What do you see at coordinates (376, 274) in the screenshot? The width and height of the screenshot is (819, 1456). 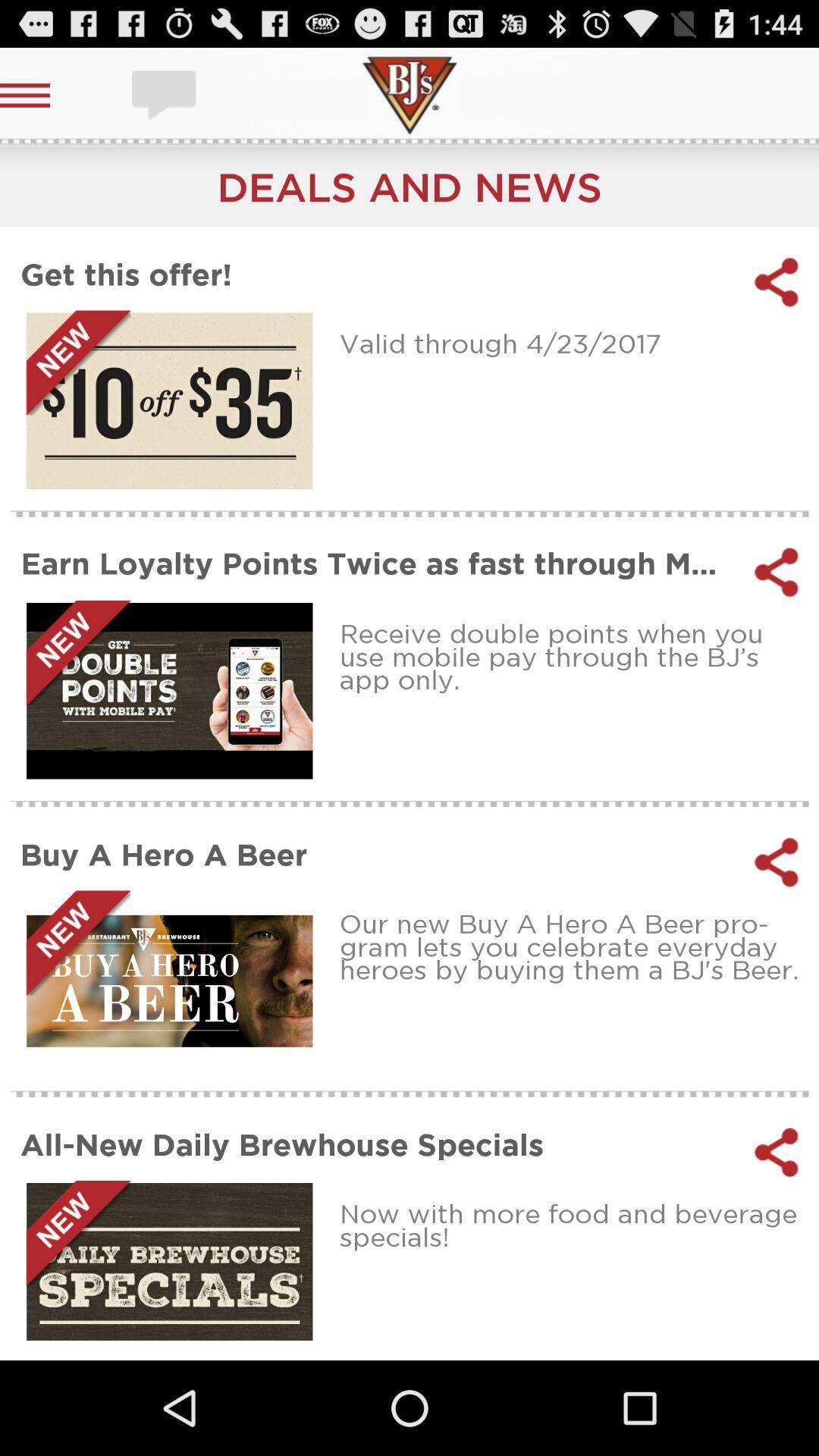 I see `the get this offer! icon` at bounding box center [376, 274].